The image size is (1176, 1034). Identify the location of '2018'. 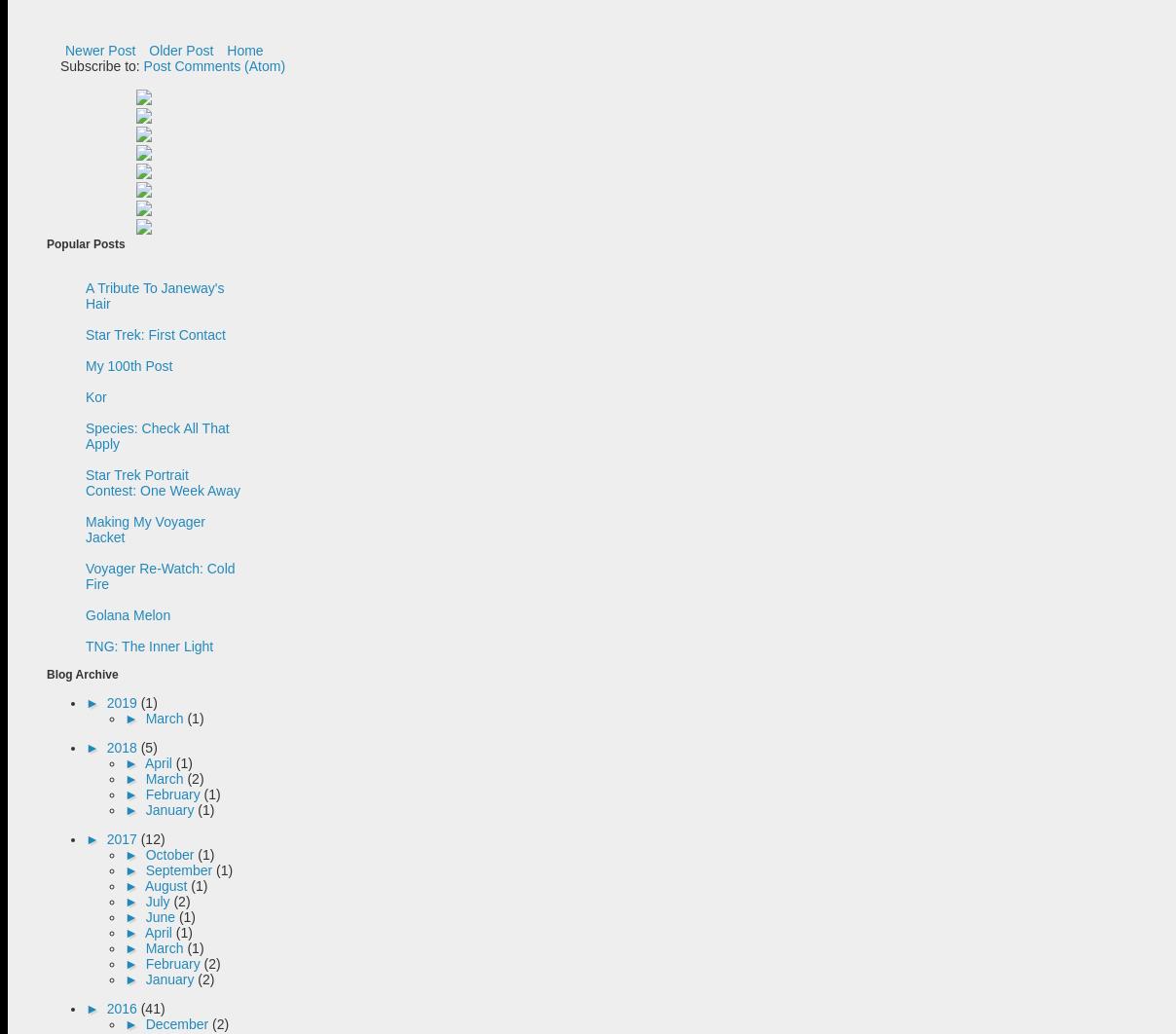
(122, 748).